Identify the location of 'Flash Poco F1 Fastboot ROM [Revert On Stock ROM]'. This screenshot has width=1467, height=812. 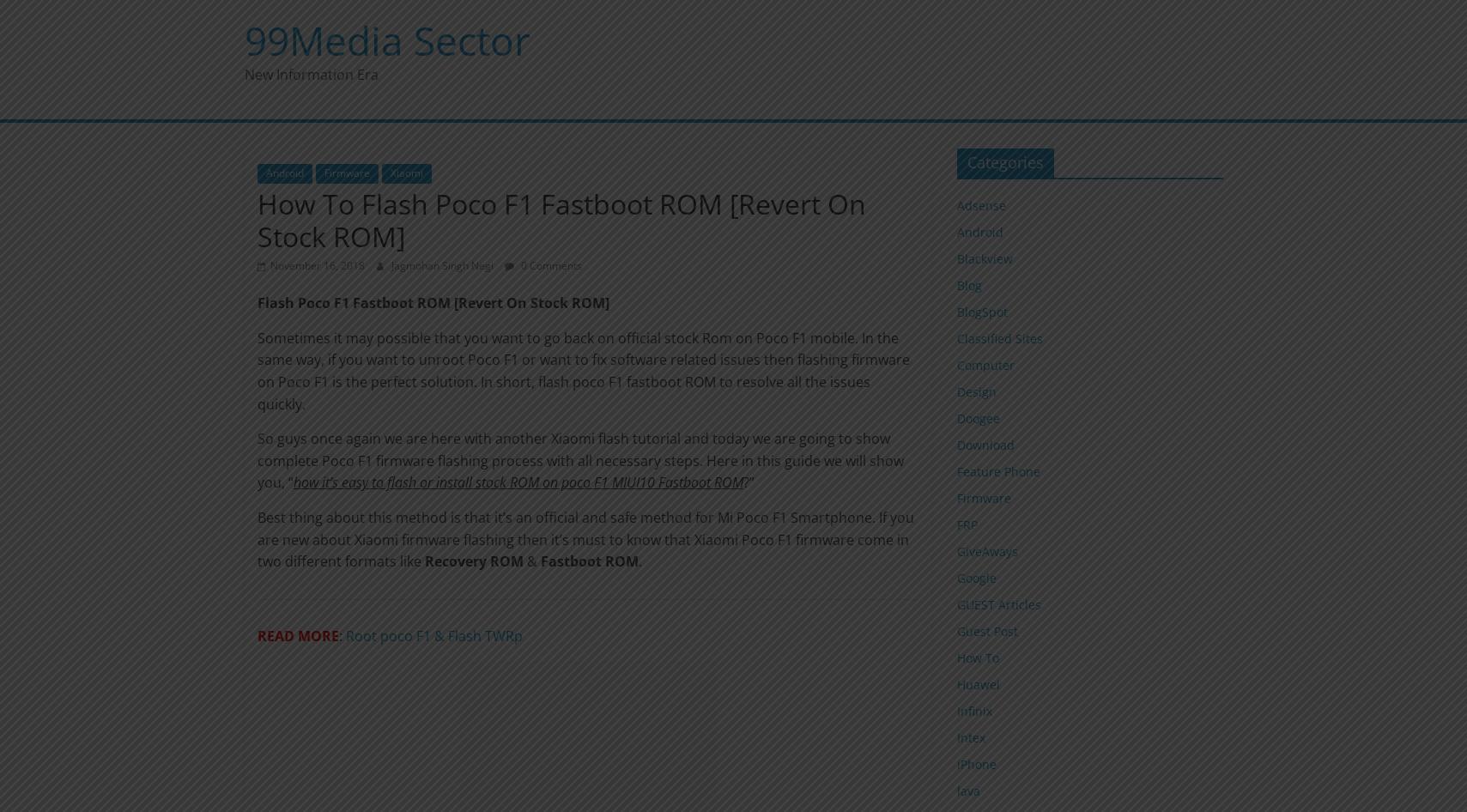
(431, 303).